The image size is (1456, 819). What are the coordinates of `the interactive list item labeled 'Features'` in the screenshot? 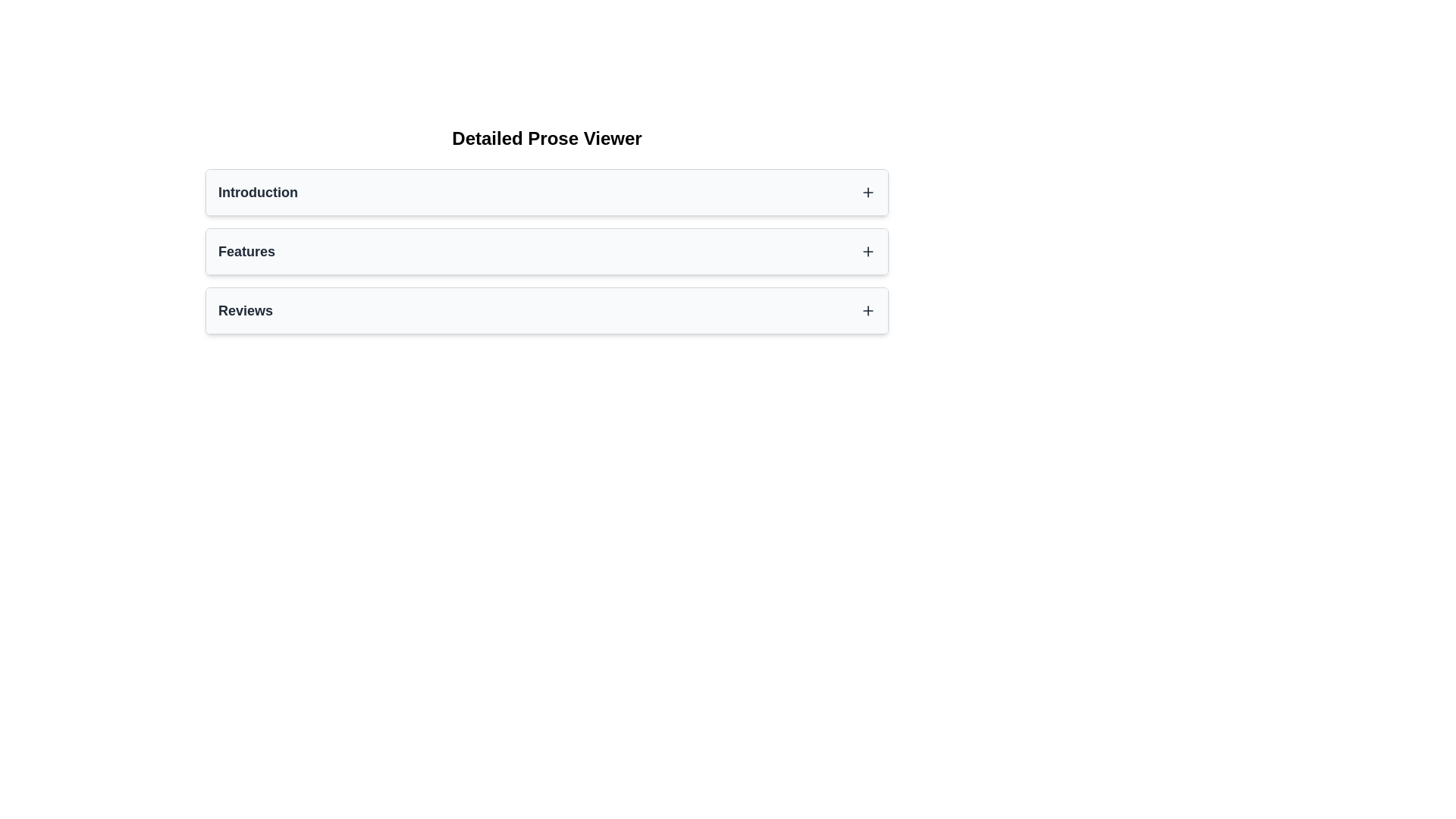 It's located at (546, 250).